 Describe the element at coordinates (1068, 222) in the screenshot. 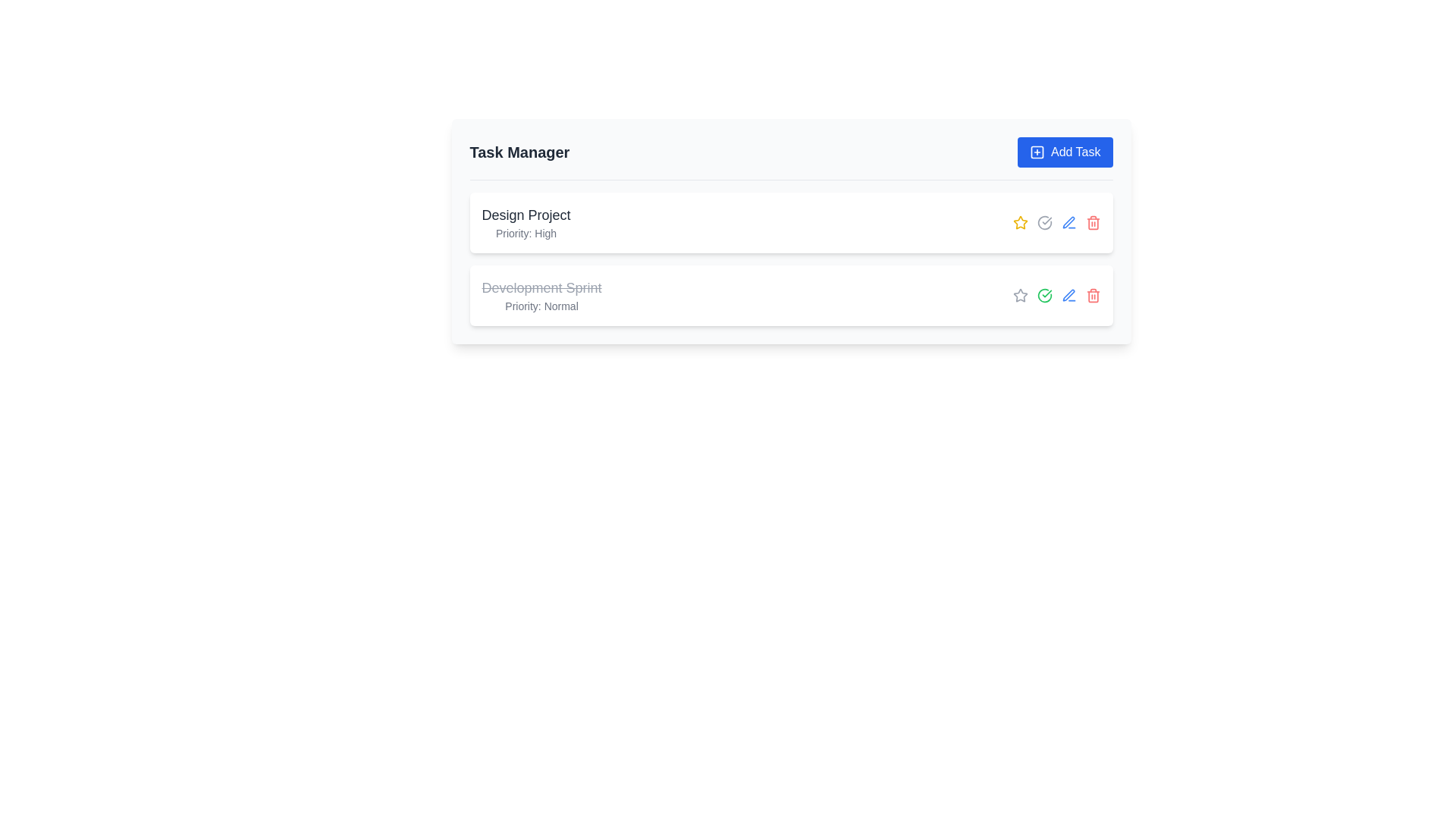

I see `the edit icon located in the upper row of the task list, specifically the third icon to the right of the 'Design Project' task details` at that location.